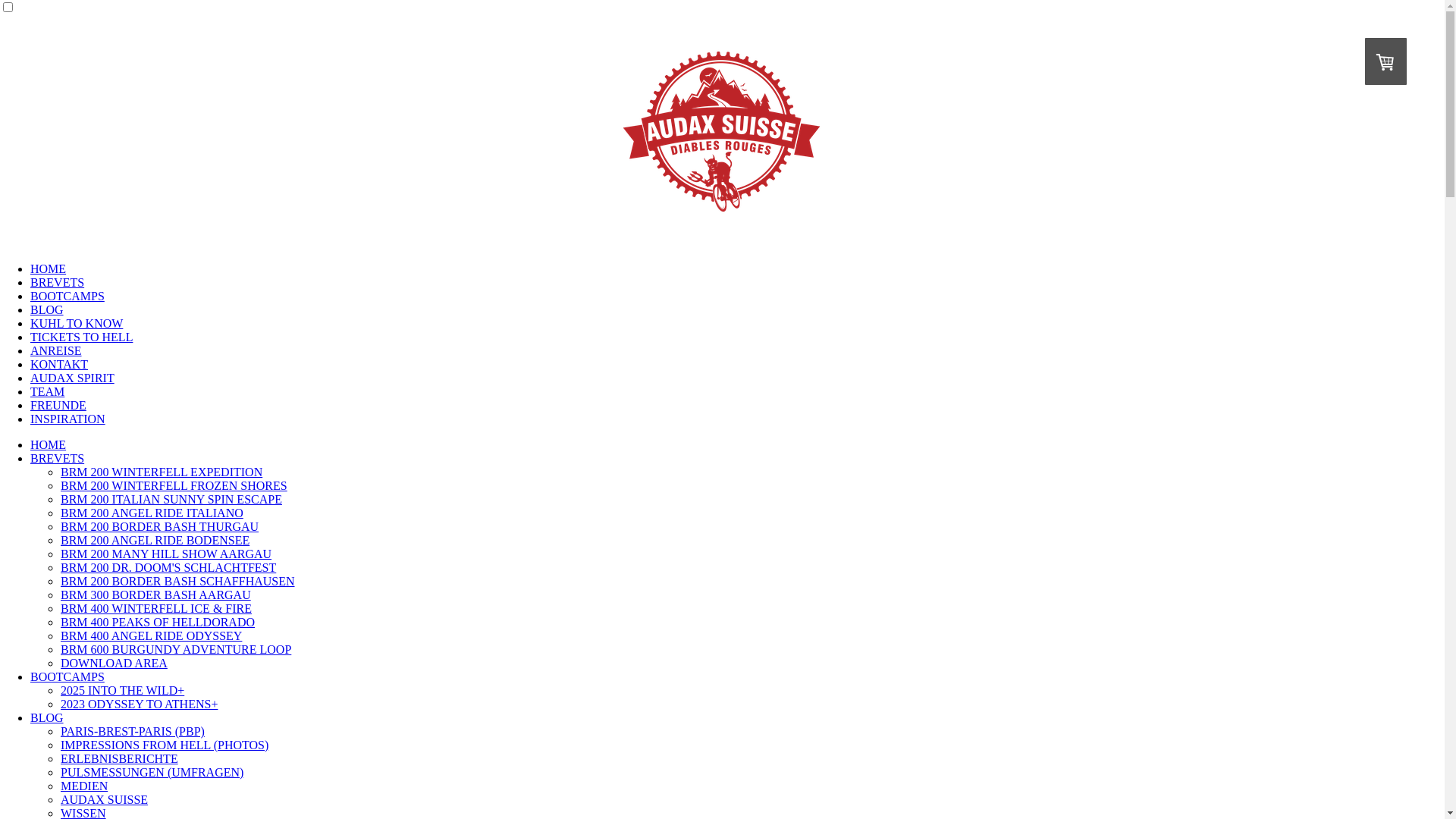  I want to click on 'HOME', so click(48, 444).